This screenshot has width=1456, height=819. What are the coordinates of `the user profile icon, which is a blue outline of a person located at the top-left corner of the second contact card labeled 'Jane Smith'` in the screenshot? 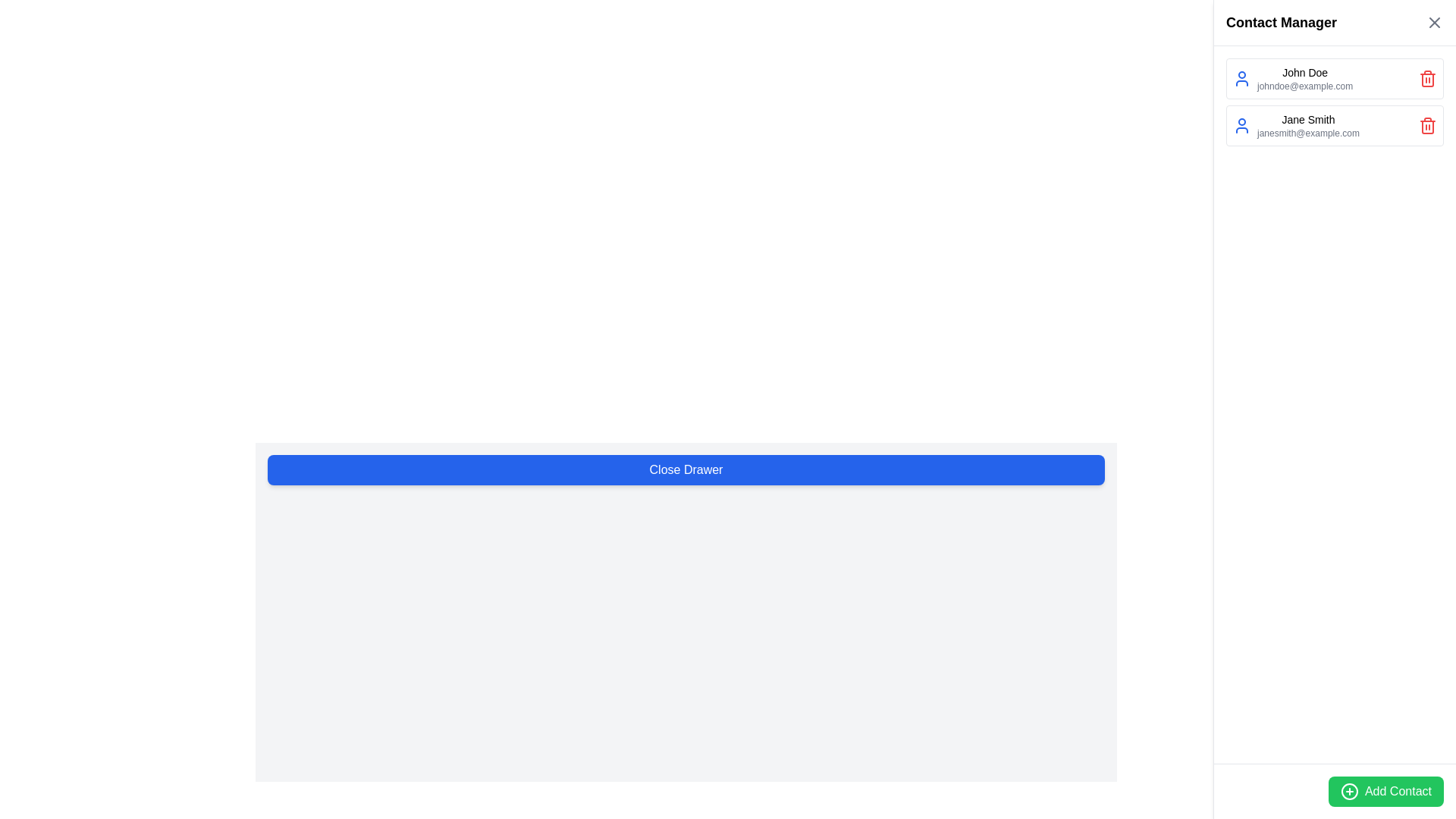 It's located at (1241, 124).